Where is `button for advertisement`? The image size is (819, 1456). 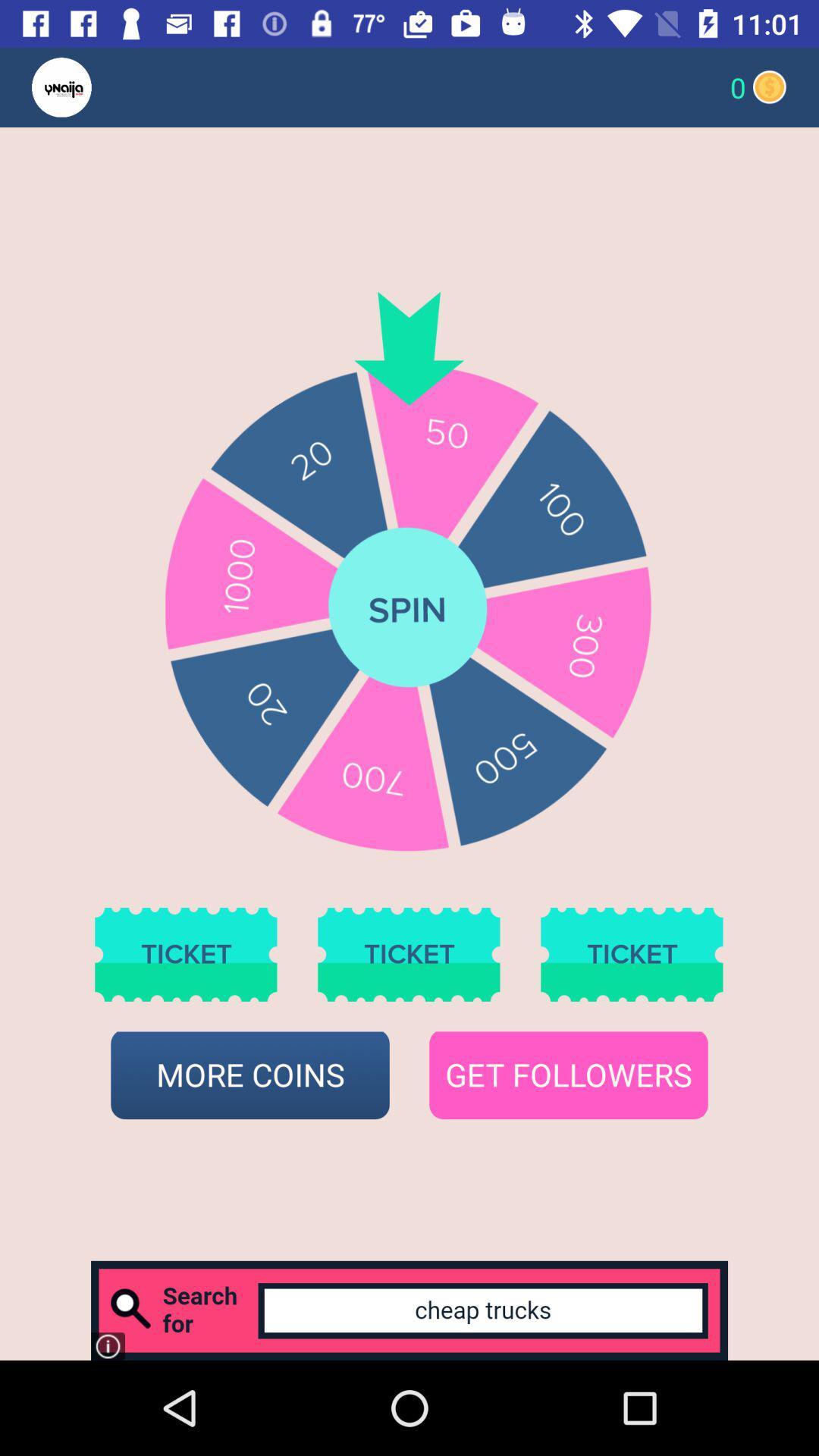
button for advertisement is located at coordinates (409, 1310).